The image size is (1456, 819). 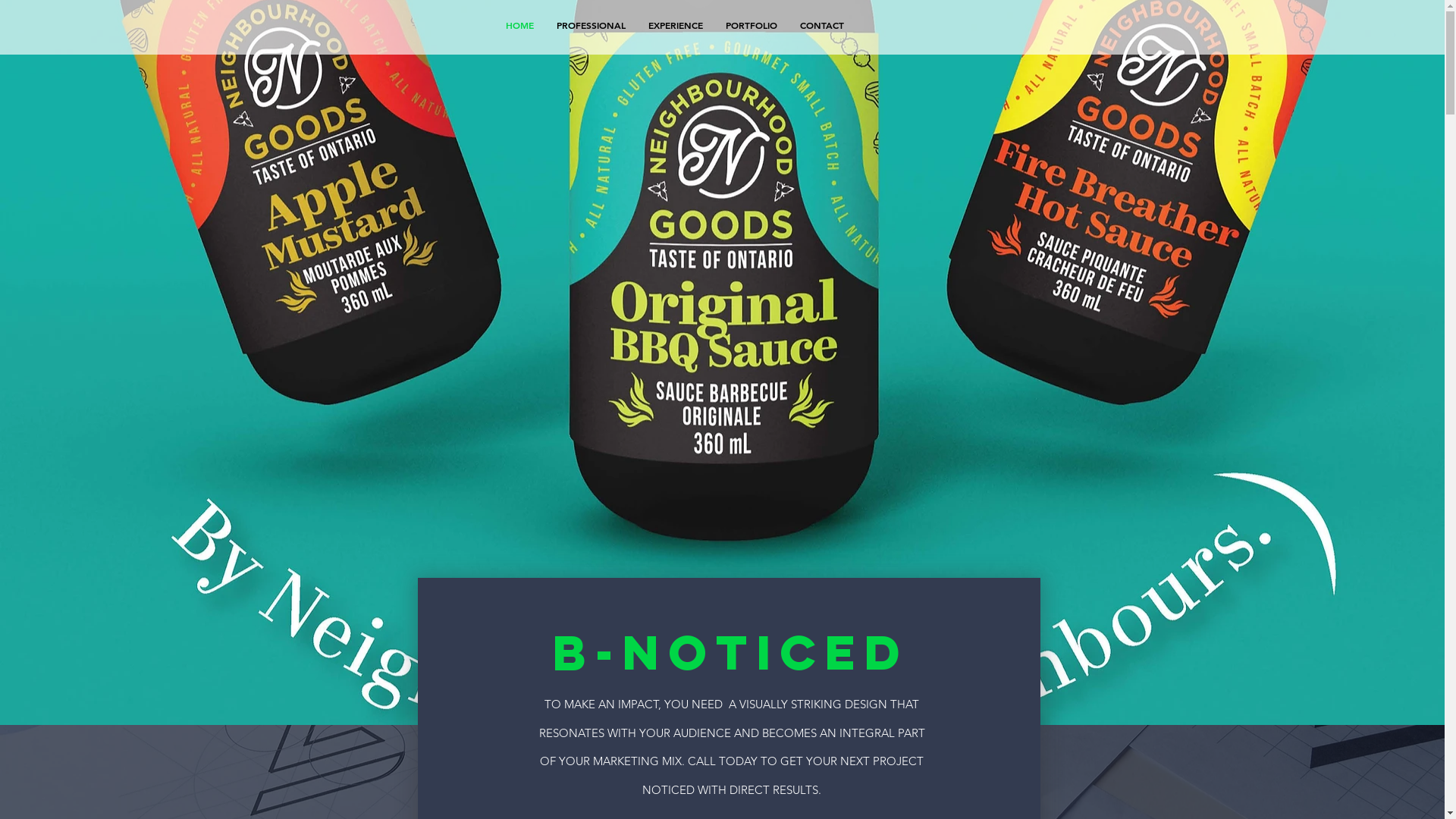 I want to click on 'PORTFOLIO', so click(x=751, y=25).